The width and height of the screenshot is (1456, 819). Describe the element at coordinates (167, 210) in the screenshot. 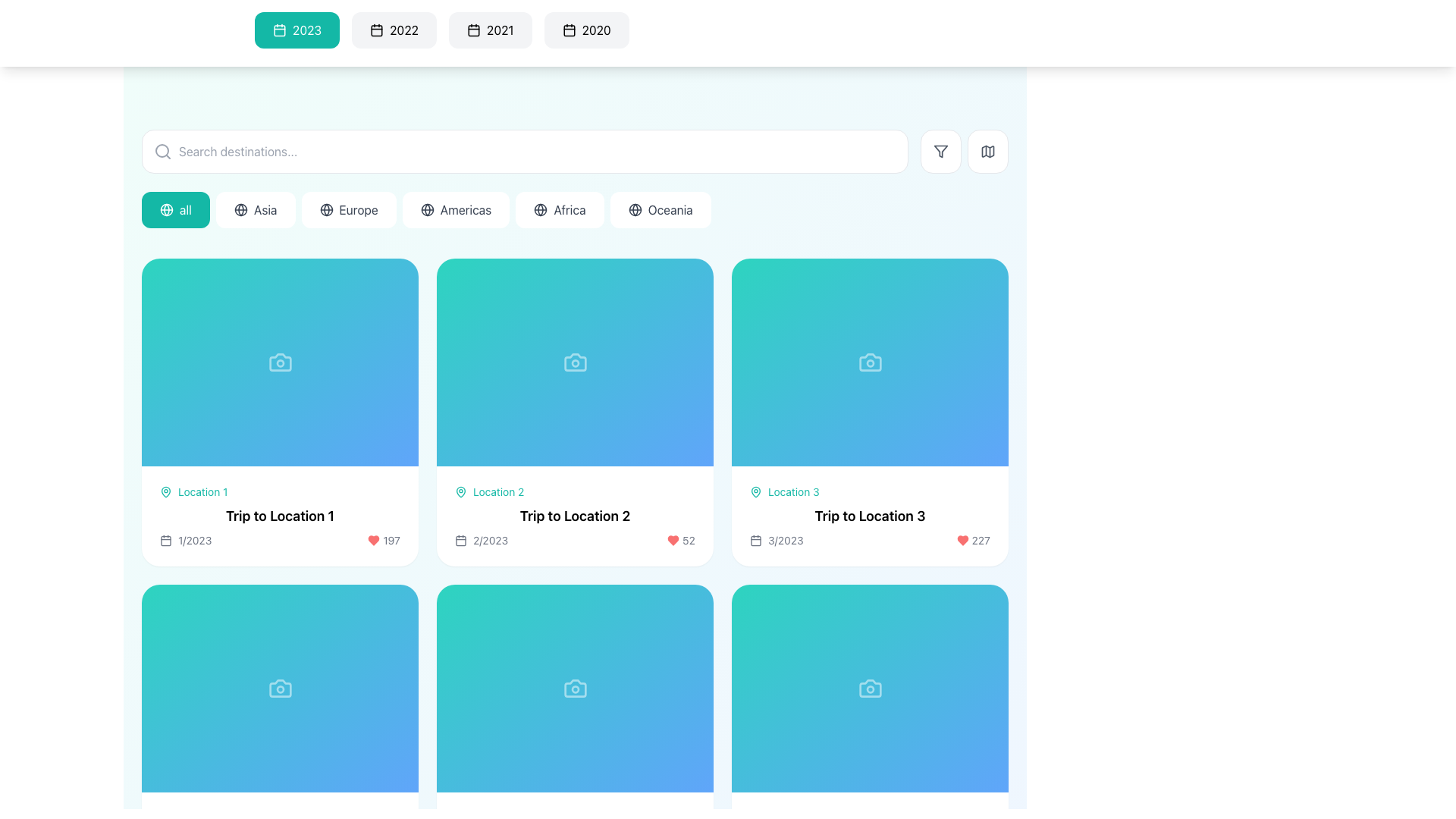

I see `the button labeled 'all' that contains the global selection icon` at that location.